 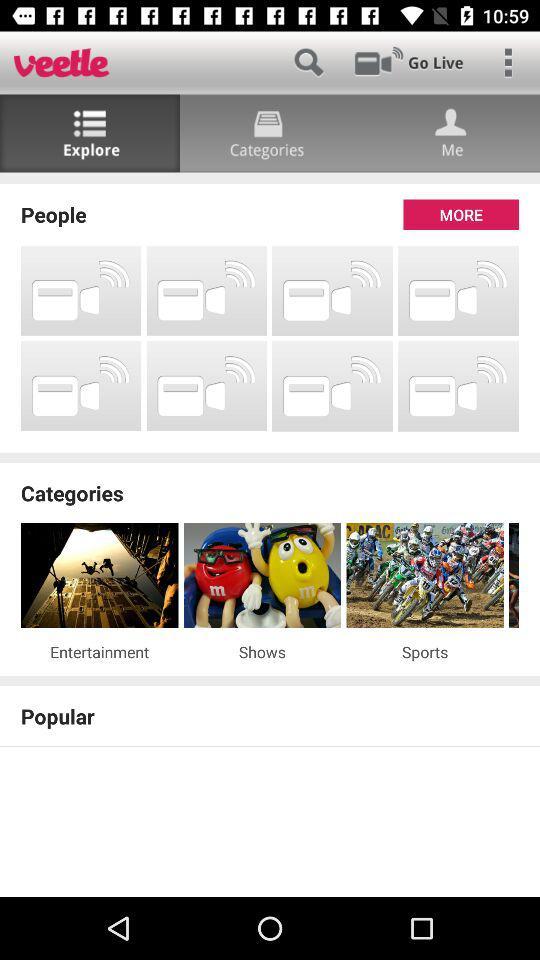 I want to click on see more options, so click(x=508, y=62).